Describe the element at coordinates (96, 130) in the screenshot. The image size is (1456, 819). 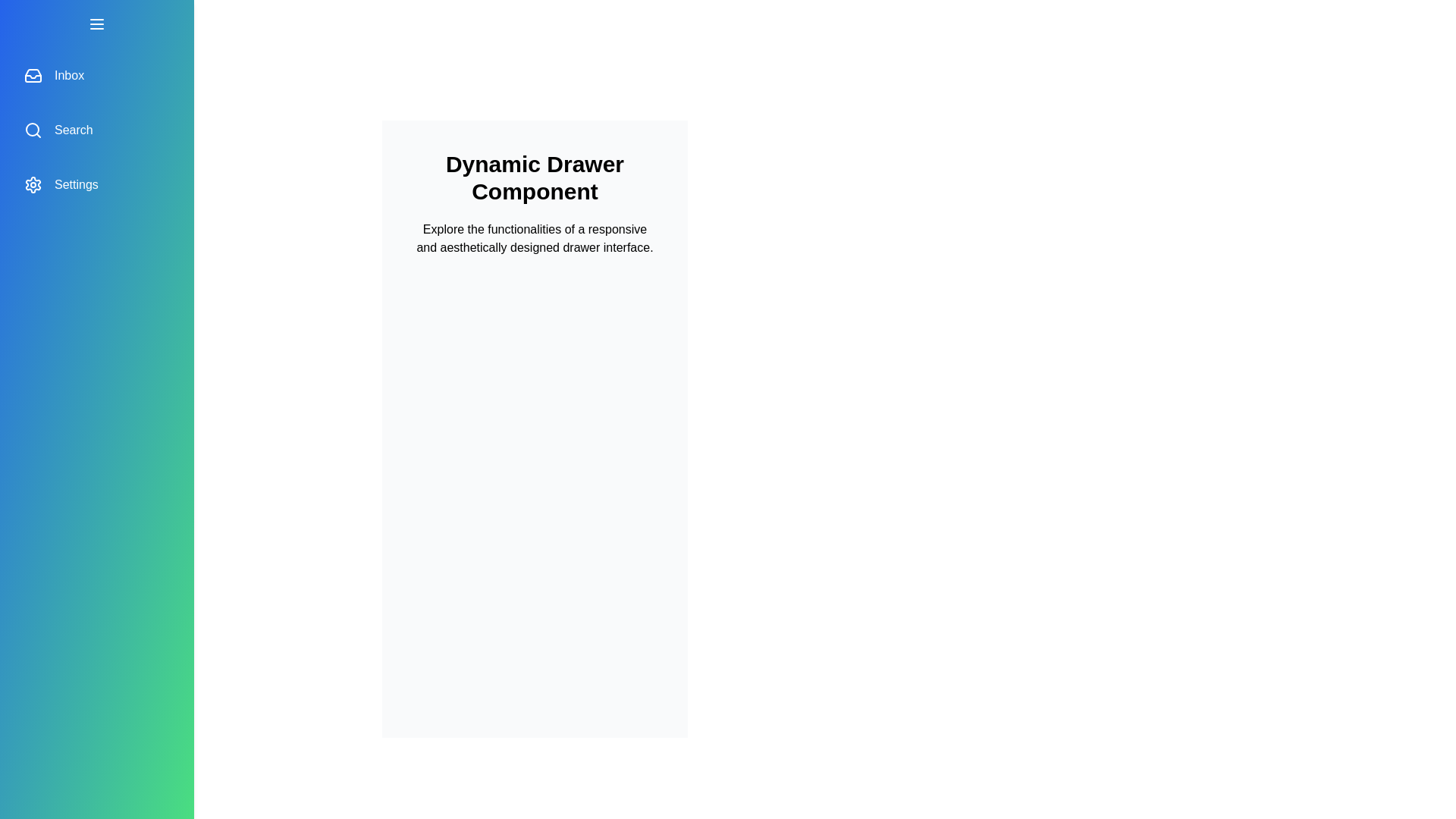
I see `the menu item labeled 'Search' to observe its hover effect` at that location.